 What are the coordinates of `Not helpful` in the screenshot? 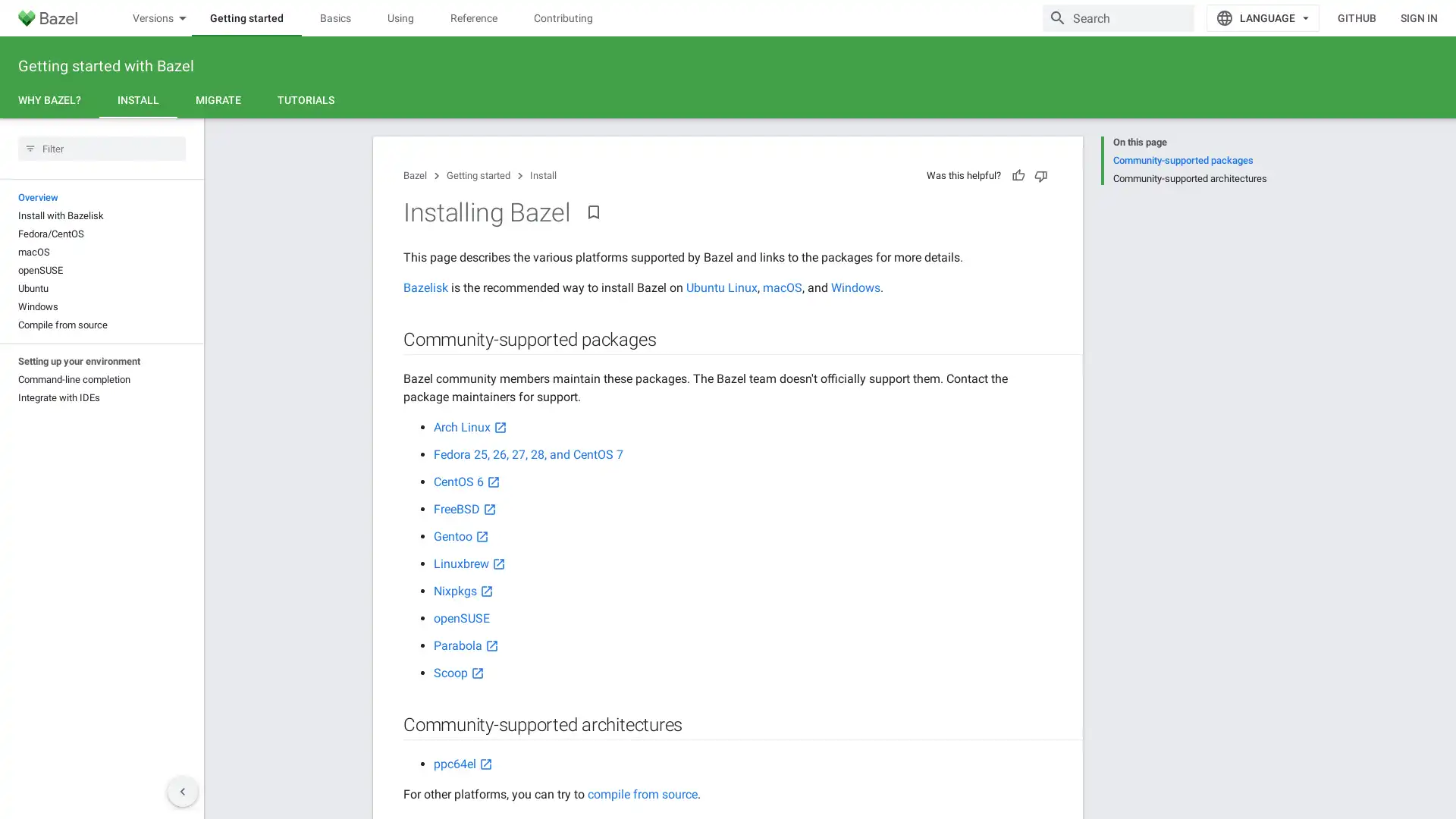 It's located at (1040, 174).